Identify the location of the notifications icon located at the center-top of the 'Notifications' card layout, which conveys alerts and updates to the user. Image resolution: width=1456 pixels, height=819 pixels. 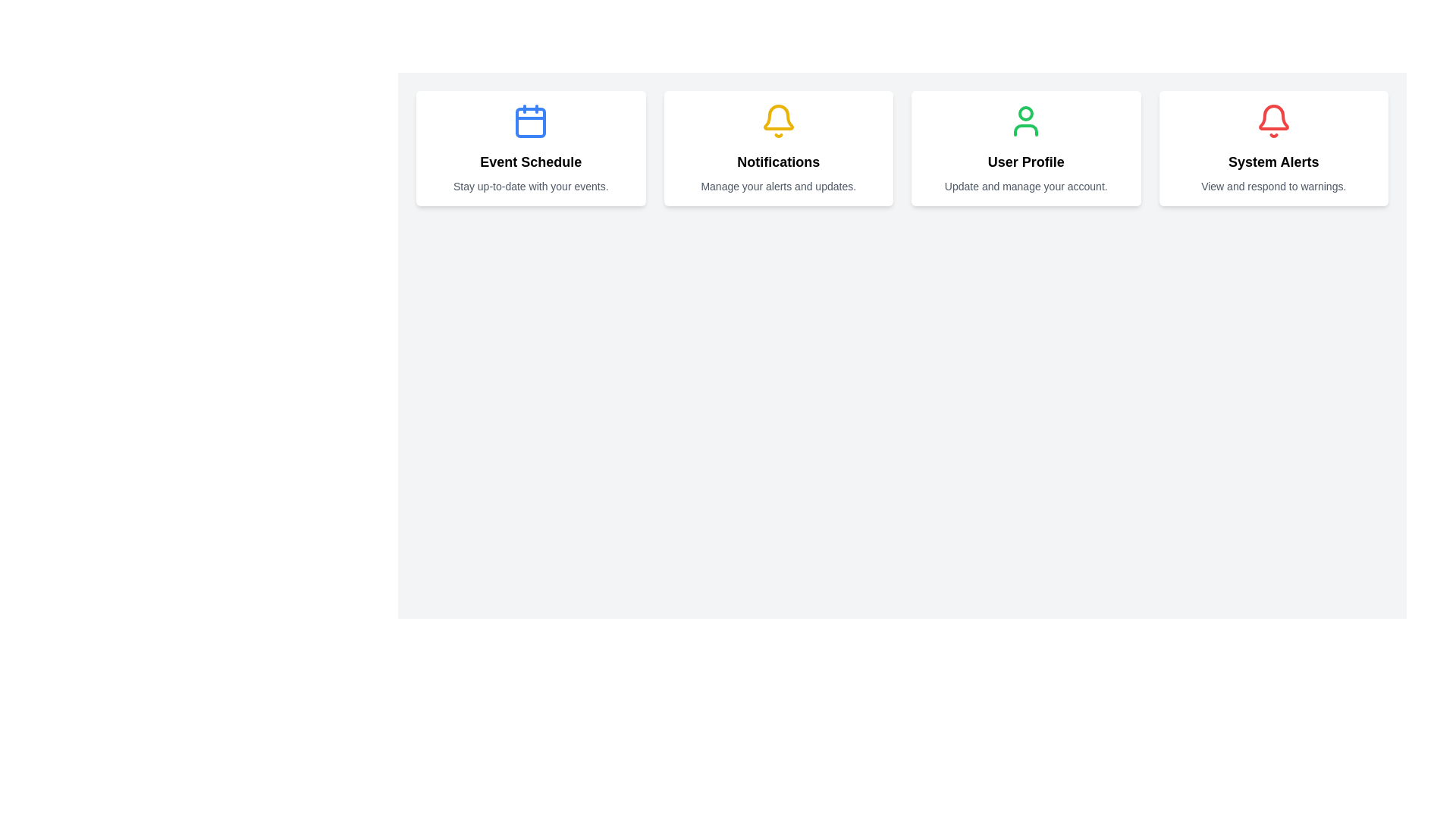
(778, 120).